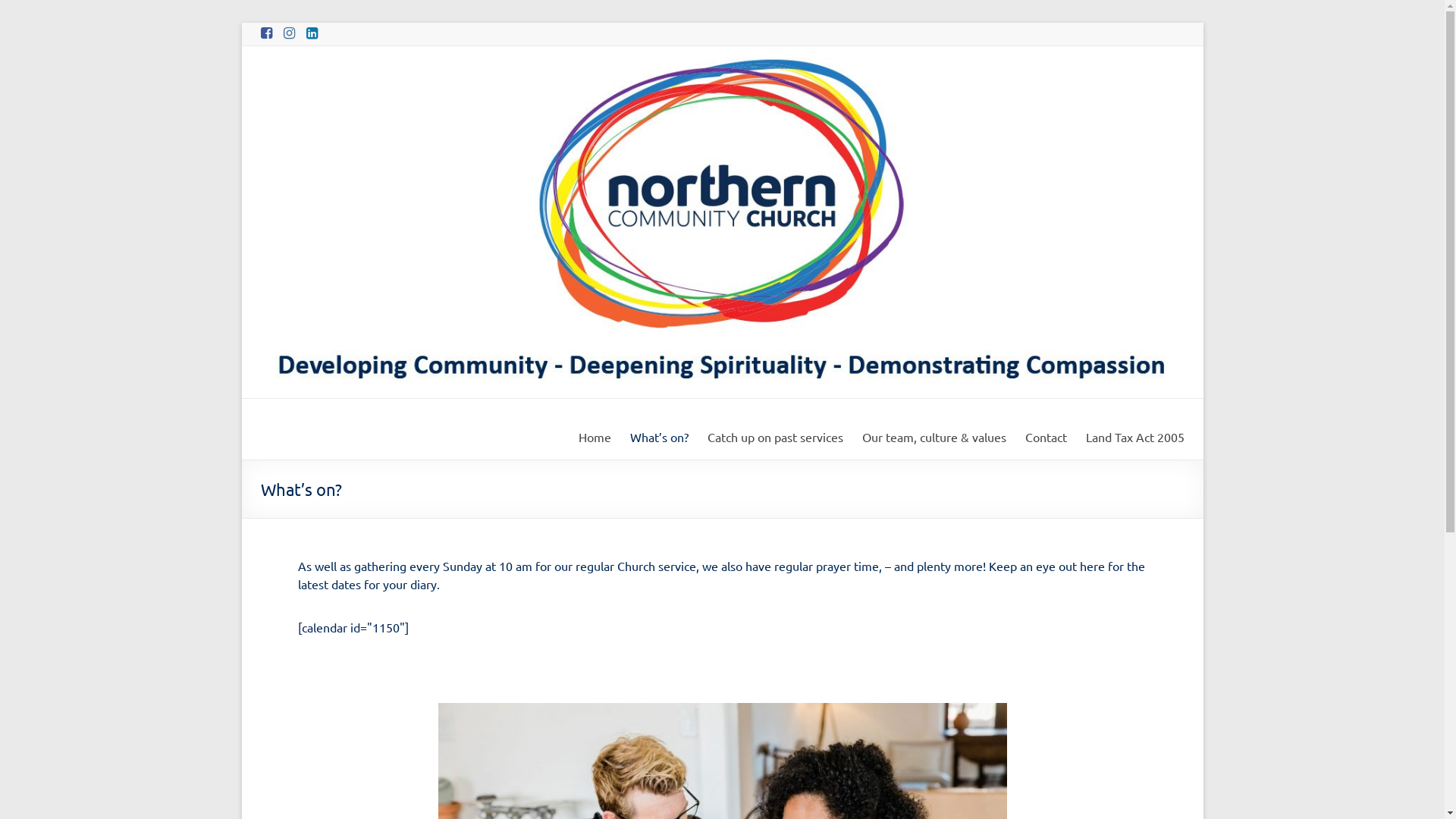 This screenshot has height=819, width=1456. I want to click on 'Our team, culture & values', so click(861, 436).